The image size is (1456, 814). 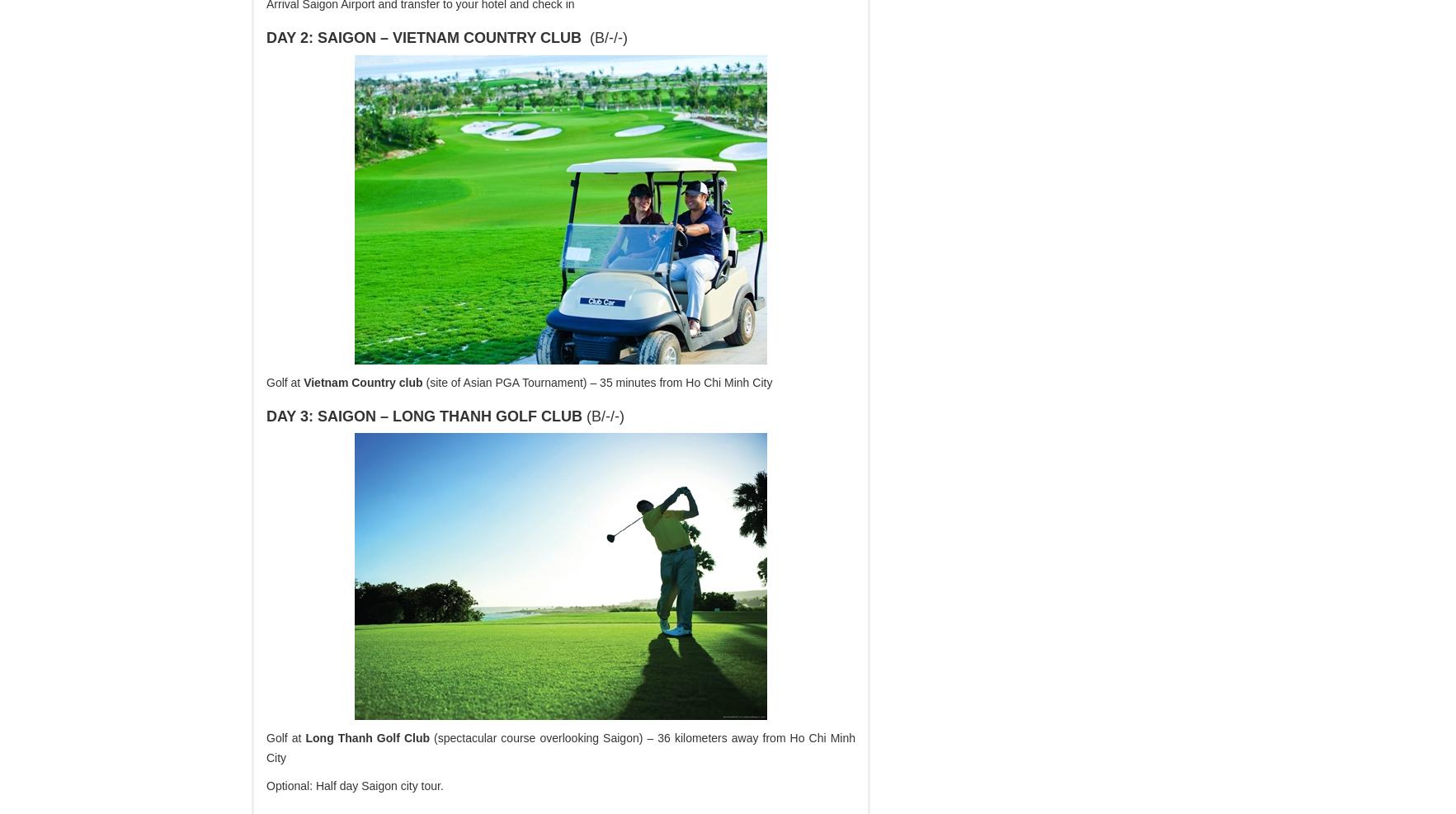 I want to click on 'Long Thanh Golf Club', so click(x=365, y=737).